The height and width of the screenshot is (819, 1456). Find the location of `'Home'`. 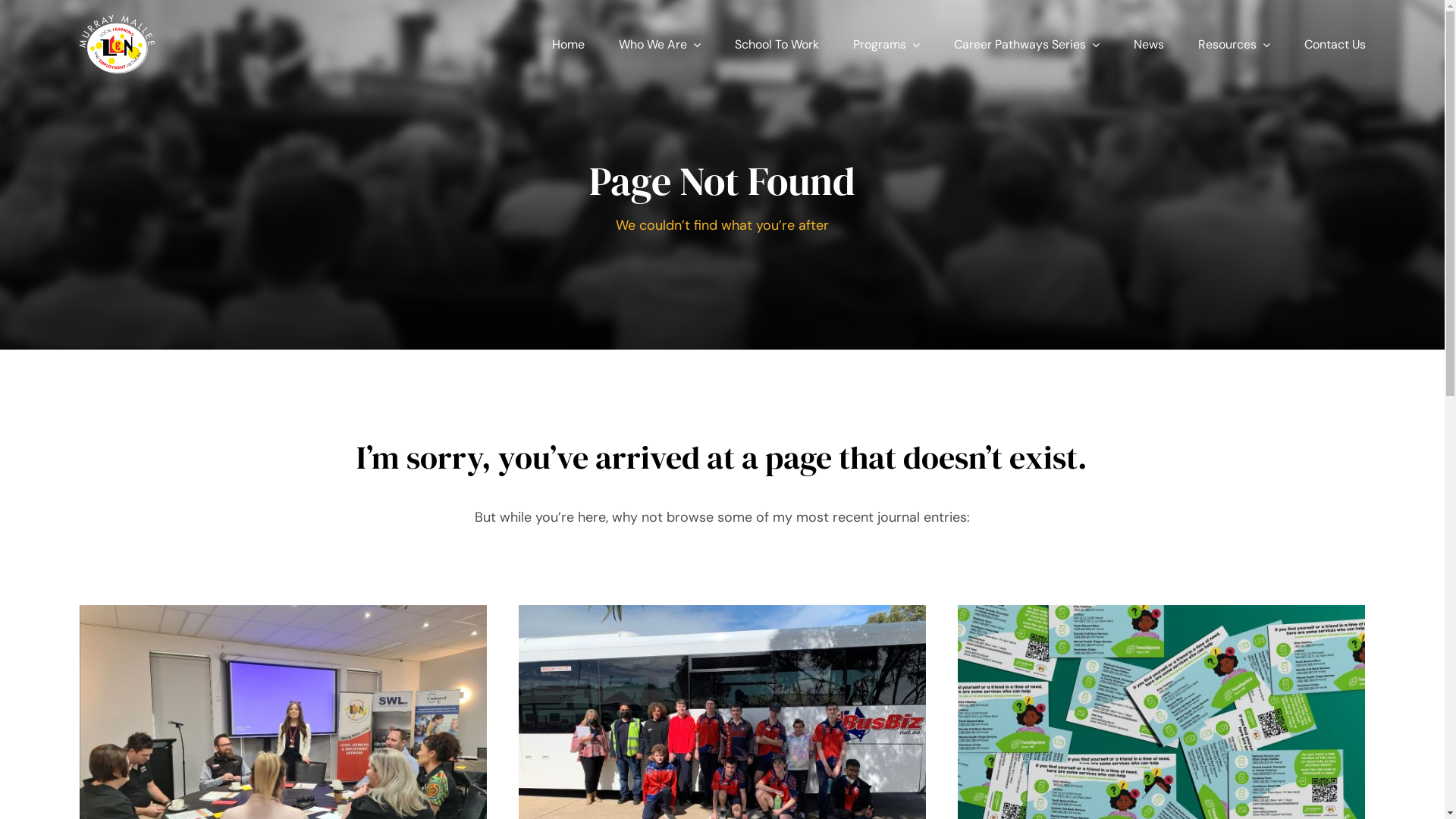

'Home' is located at coordinates (567, 34).